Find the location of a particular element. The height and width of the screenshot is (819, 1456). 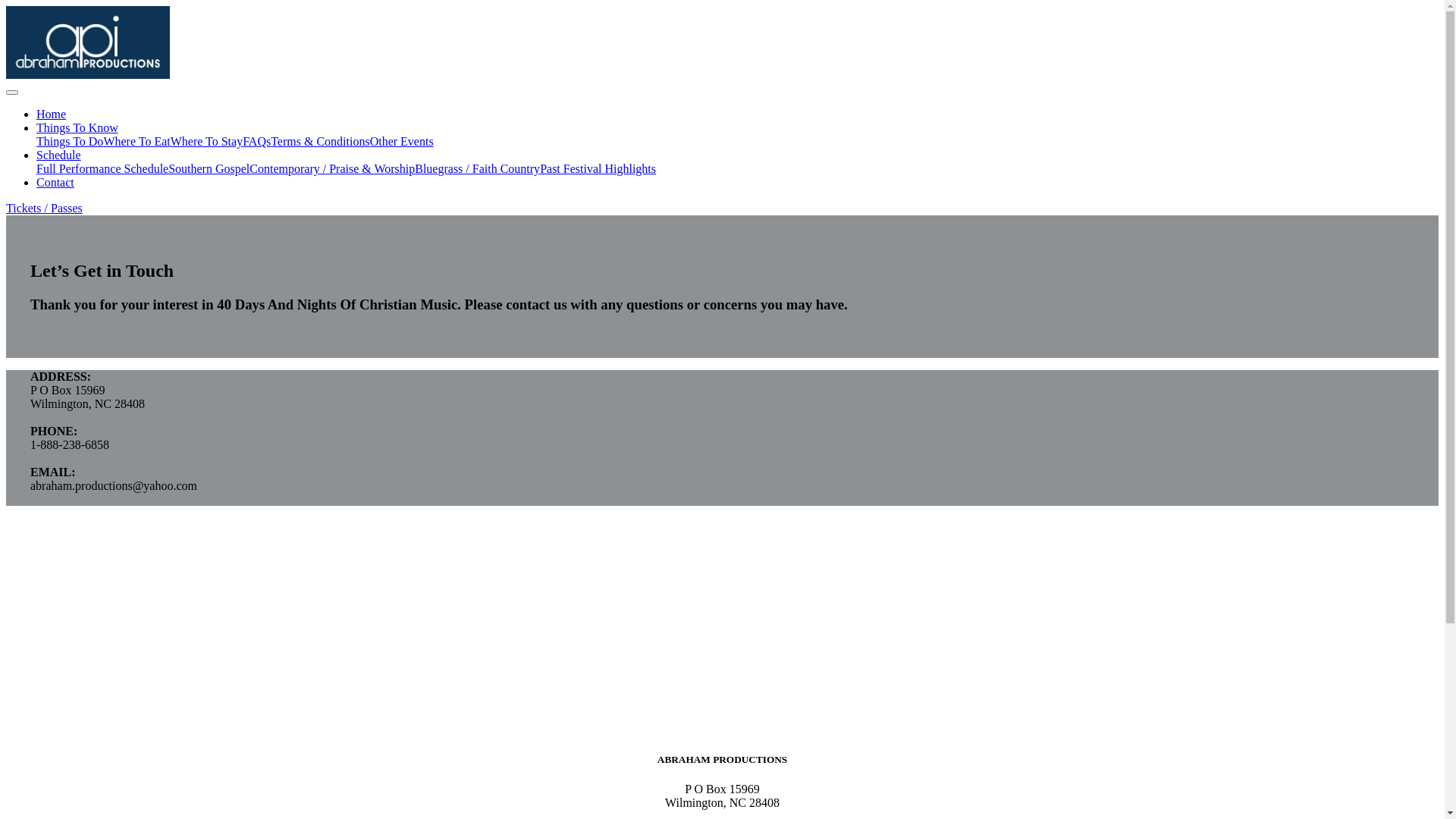

'Where To Eat' is located at coordinates (136, 141).